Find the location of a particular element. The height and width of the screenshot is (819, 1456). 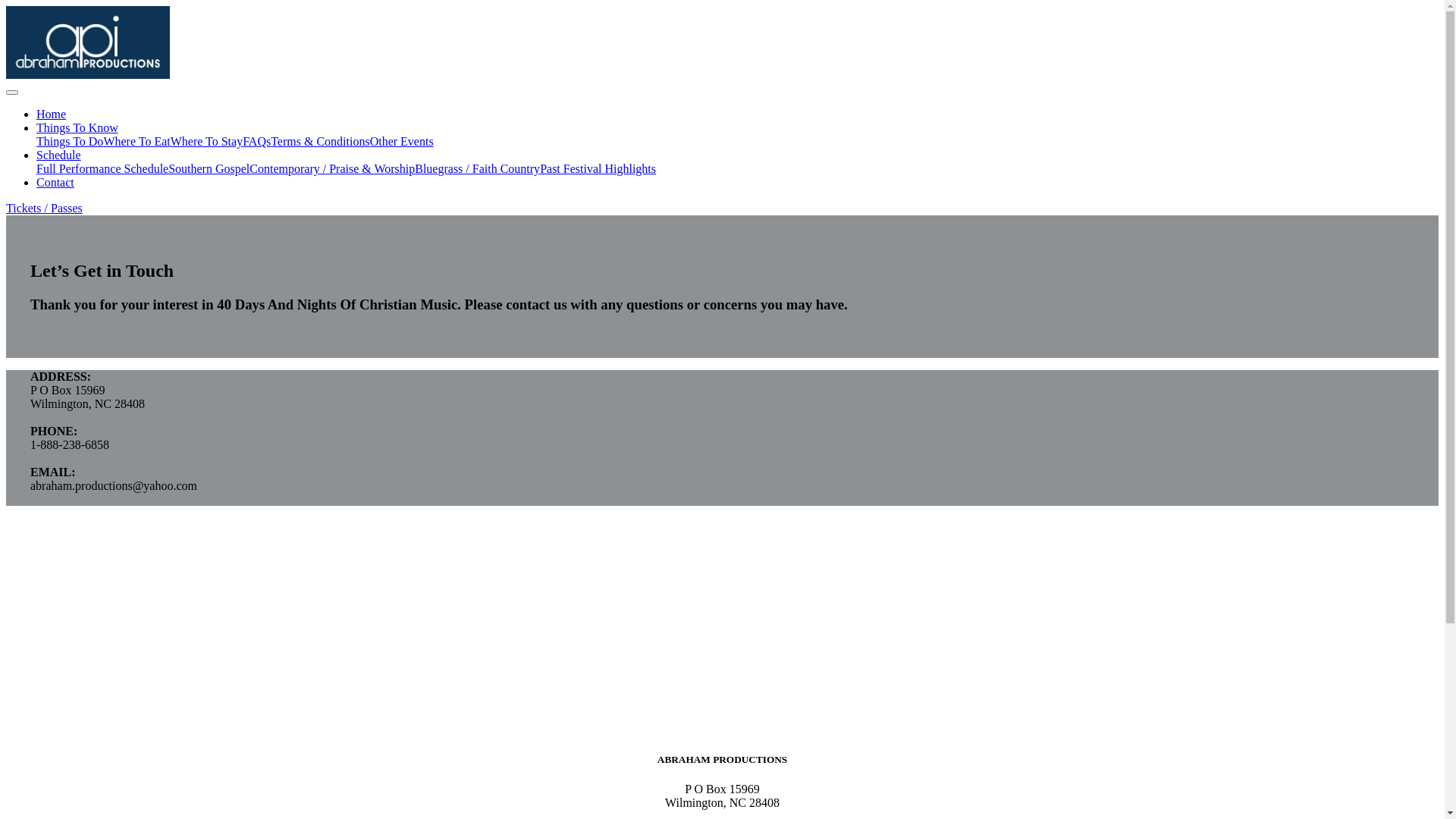

'Where To Eat' is located at coordinates (136, 141).